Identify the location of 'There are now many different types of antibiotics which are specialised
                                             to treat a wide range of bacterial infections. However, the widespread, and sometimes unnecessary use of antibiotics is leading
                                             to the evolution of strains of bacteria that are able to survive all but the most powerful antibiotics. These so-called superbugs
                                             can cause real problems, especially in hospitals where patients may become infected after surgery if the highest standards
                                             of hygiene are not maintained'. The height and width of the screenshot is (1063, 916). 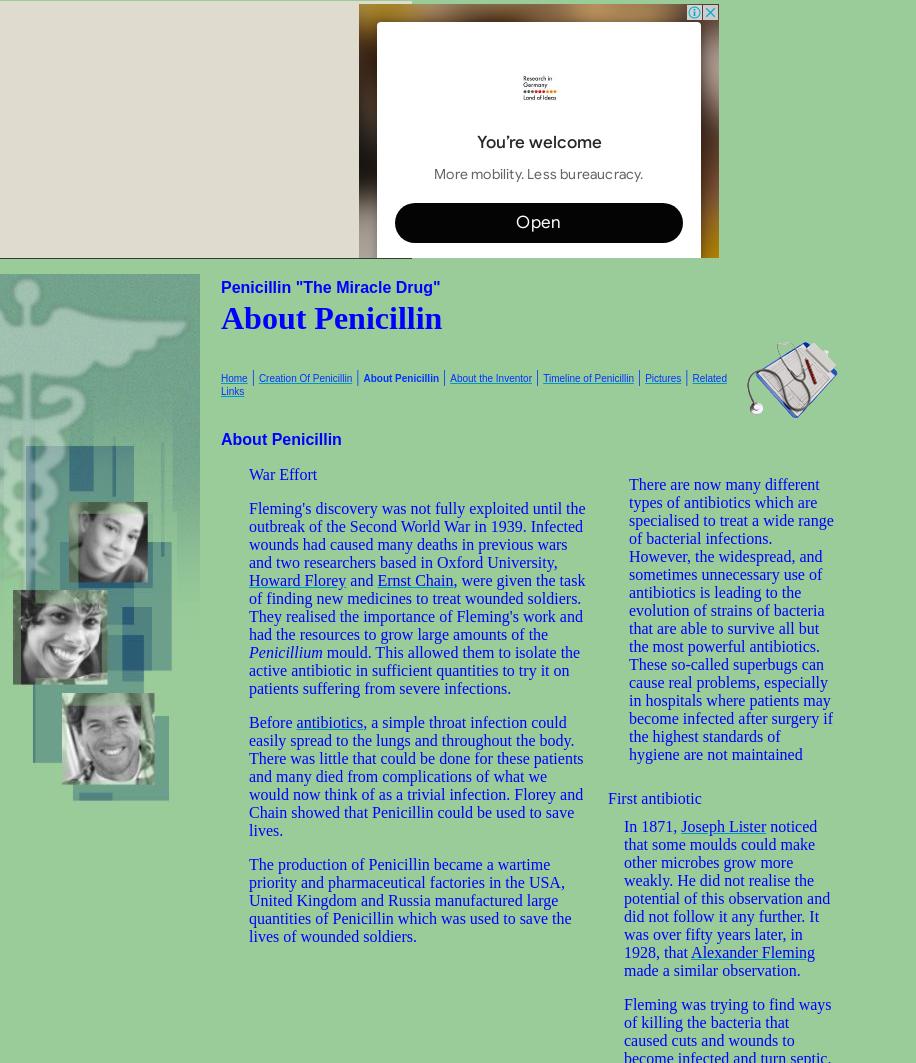
(730, 618).